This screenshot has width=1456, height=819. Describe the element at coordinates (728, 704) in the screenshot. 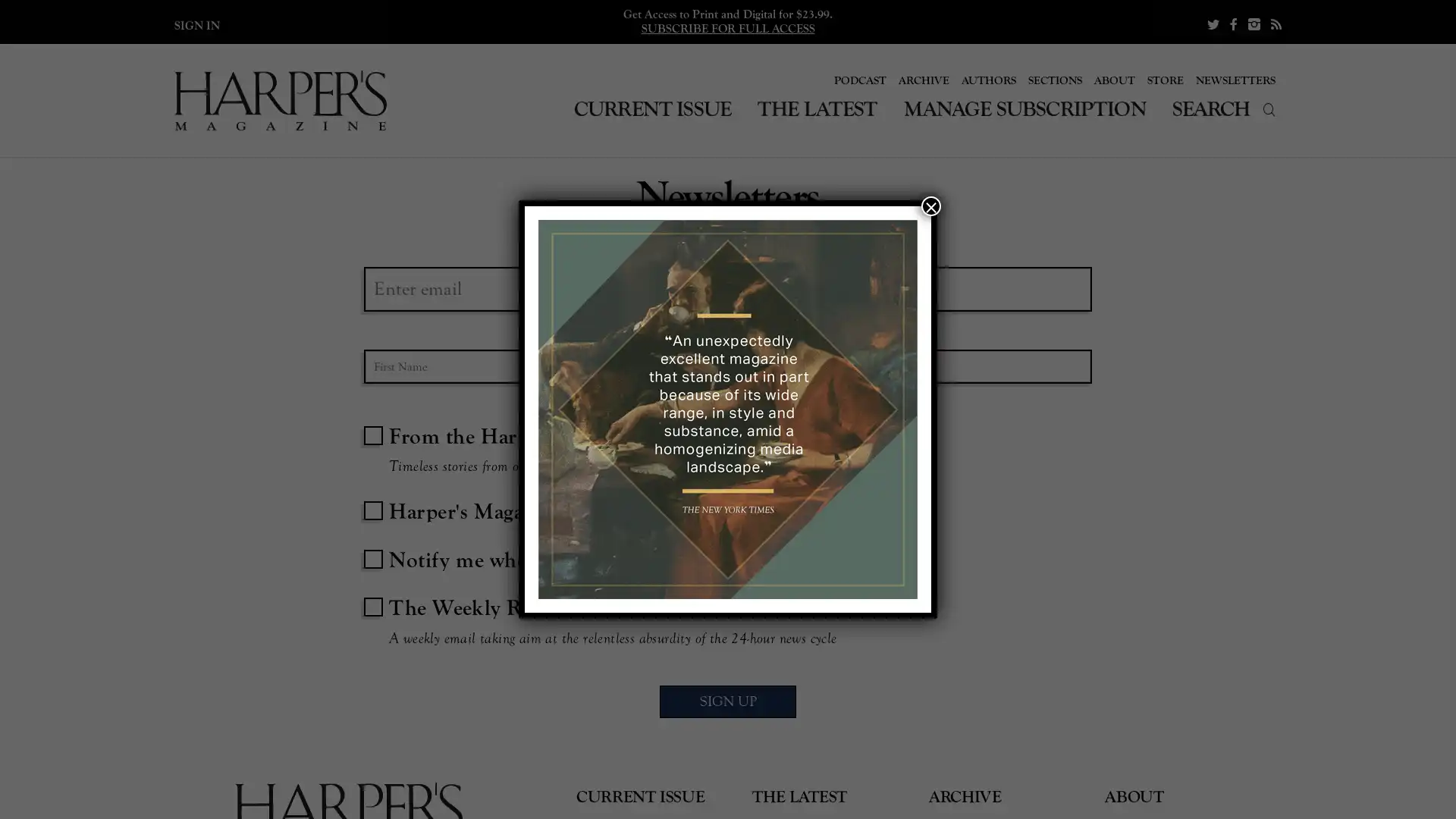

I see `SIGN UP` at that location.